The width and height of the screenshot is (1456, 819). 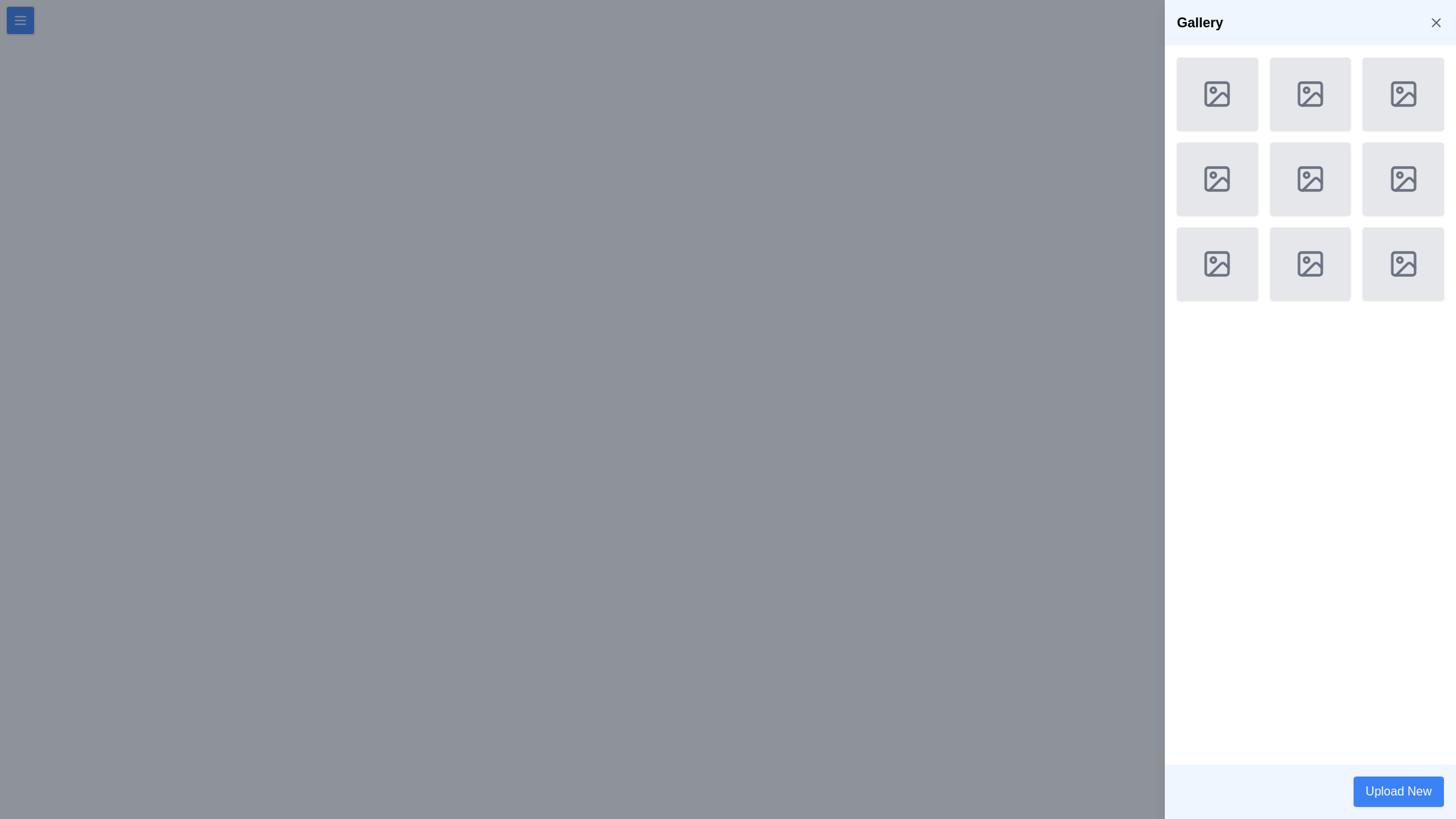 What do you see at coordinates (1402, 93) in the screenshot?
I see `the image placeholder located in the top right corner of the gallery interface` at bounding box center [1402, 93].